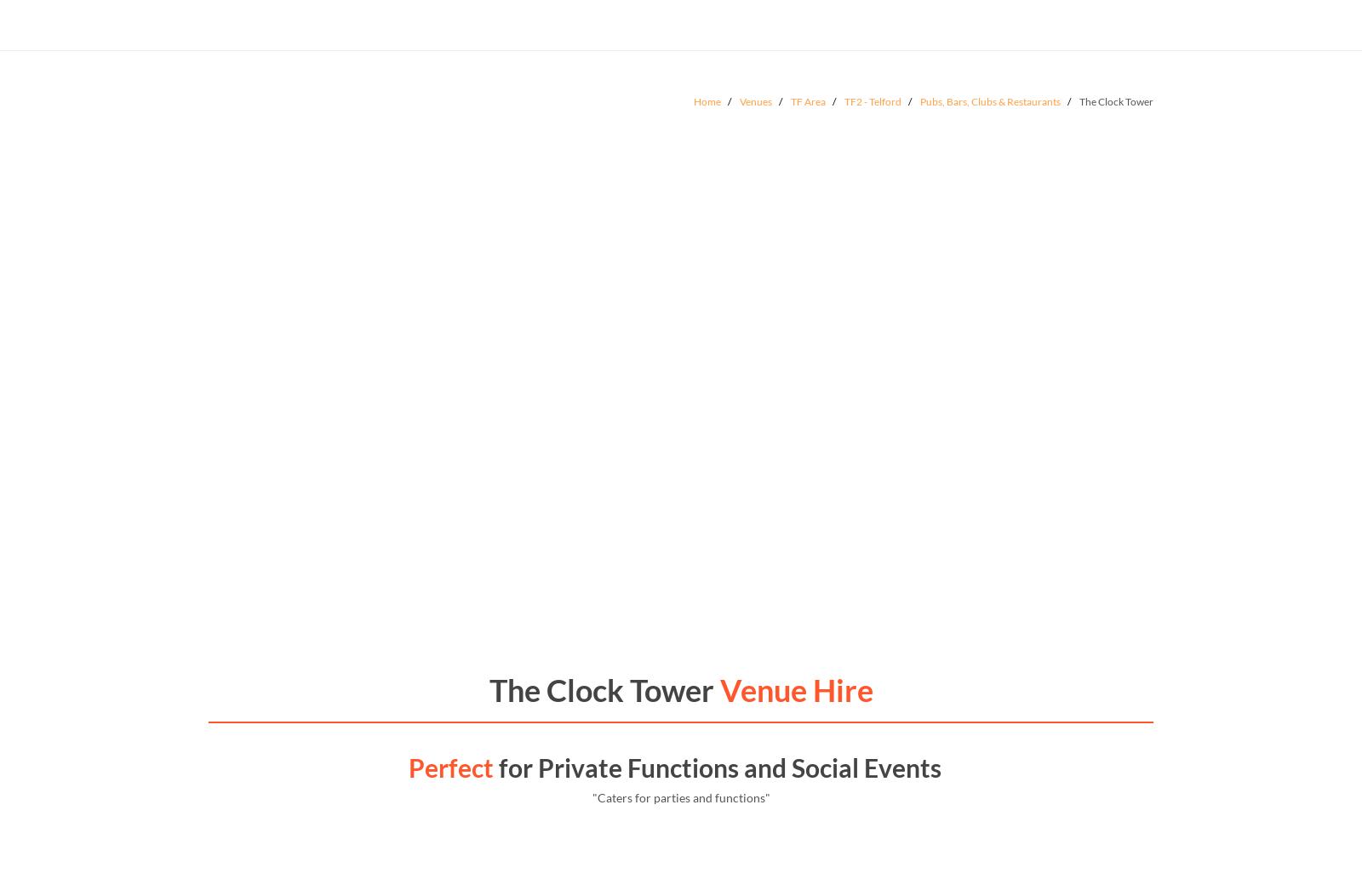  I want to click on 'The Duck at Allscott', so click(309, 704).